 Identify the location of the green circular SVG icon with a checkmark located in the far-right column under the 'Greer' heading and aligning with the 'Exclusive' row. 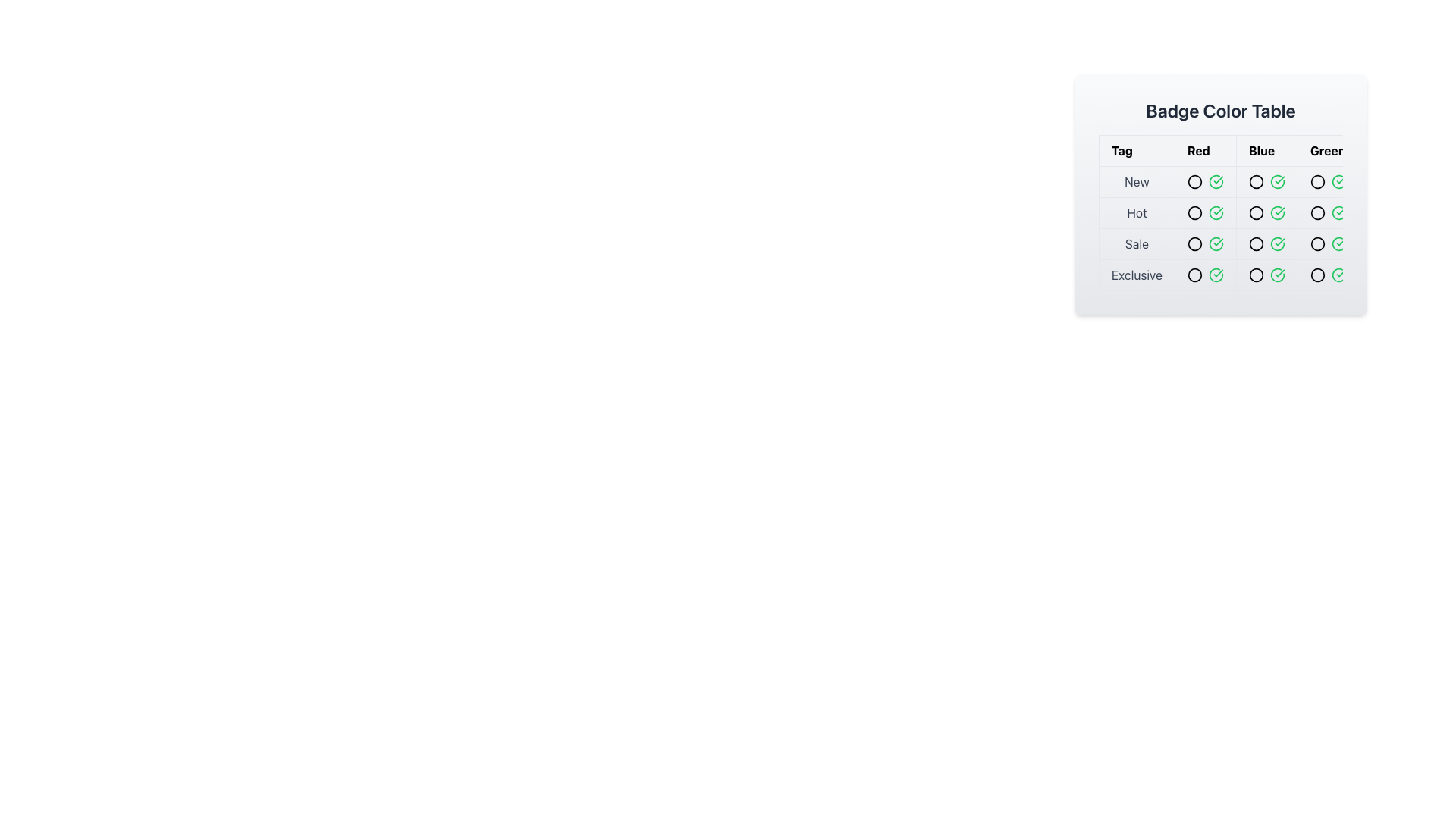
(1338, 275).